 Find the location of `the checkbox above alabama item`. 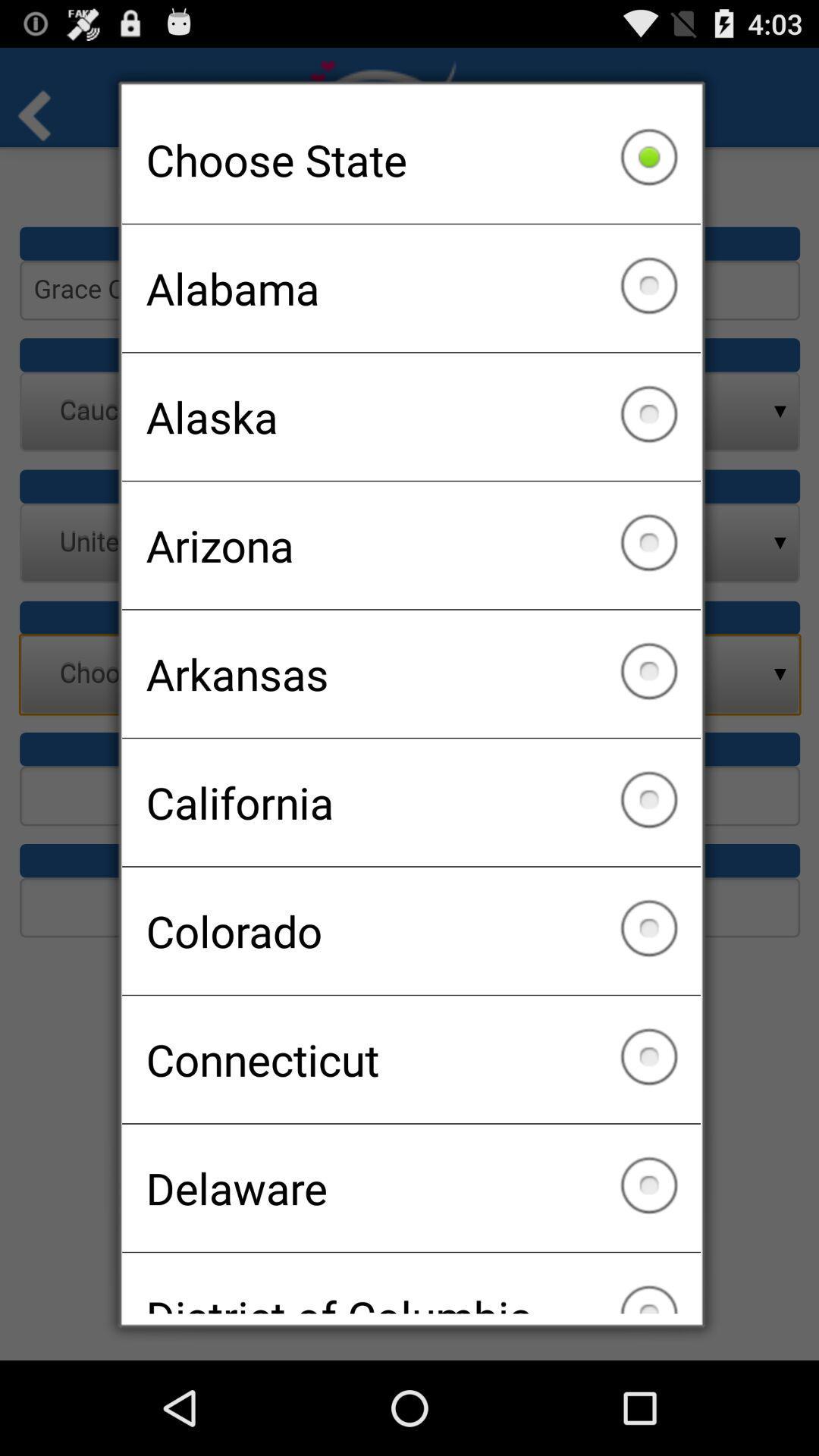

the checkbox above alabama item is located at coordinates (411, 159).